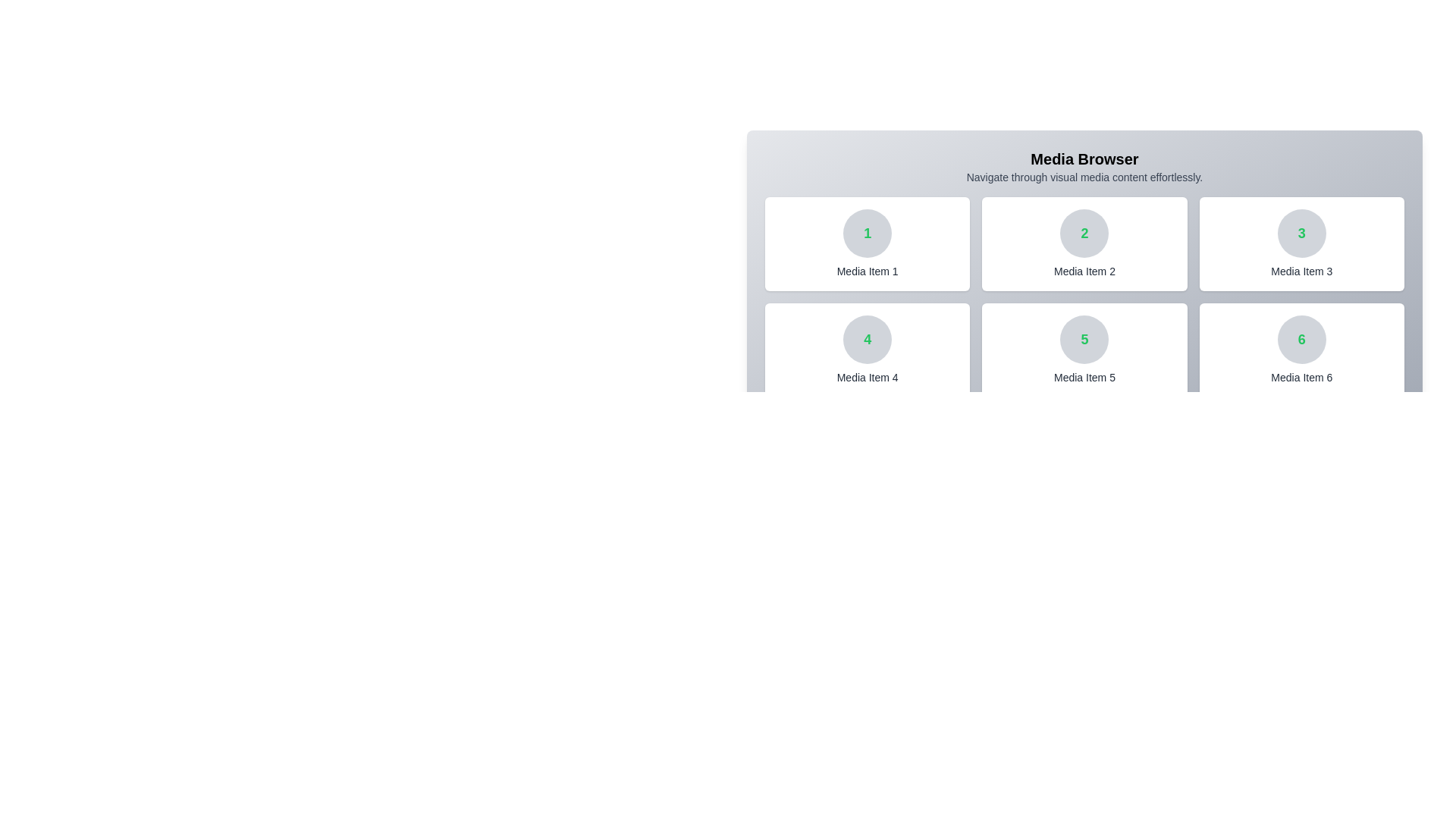  I want to click on the green numeral '3' displayed in bold text within the light gray circular button in the Media Browser interface, so click(1301, 234).